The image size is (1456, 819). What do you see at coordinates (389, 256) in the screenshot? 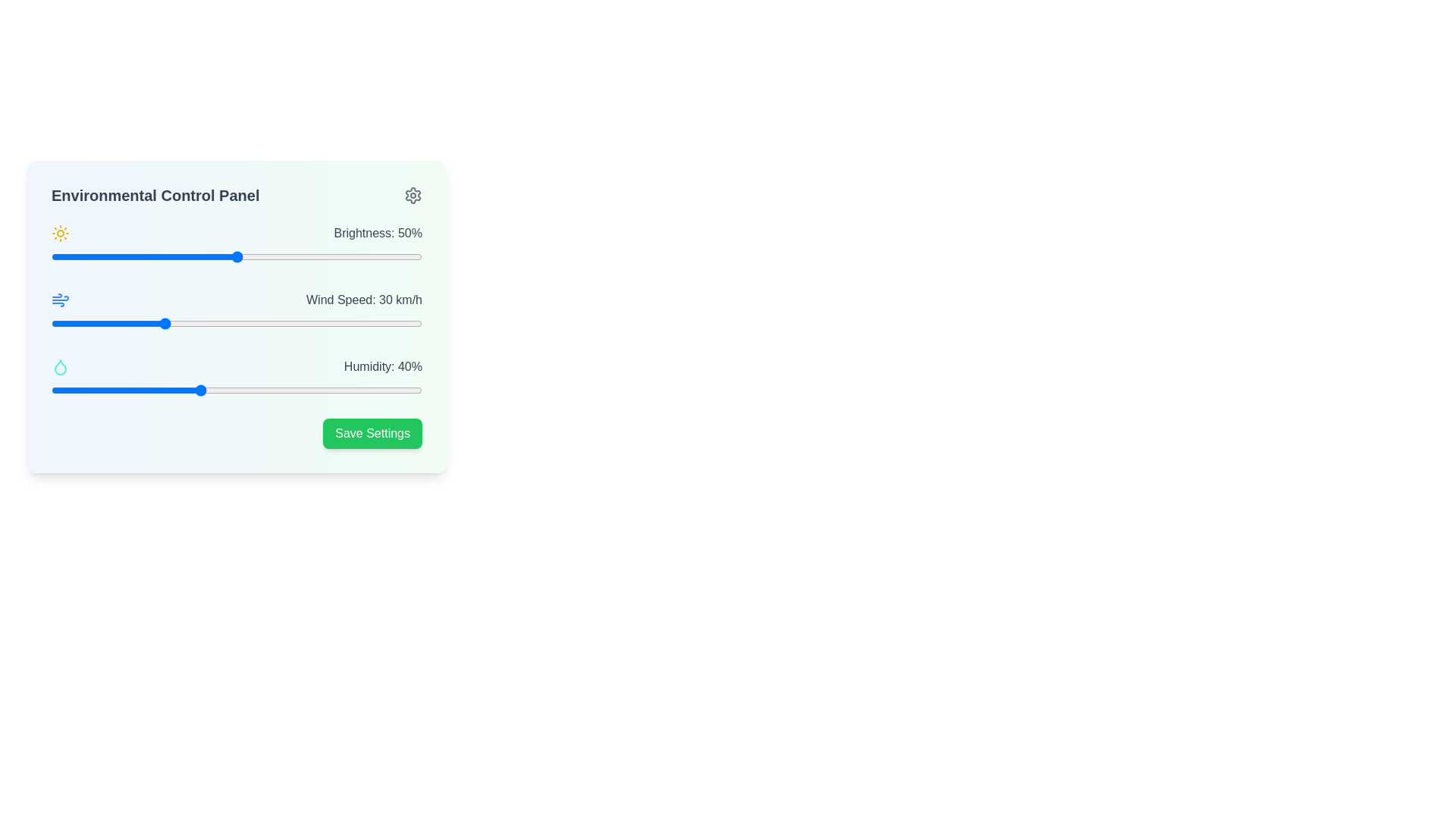
I see `the slider value` at bounding box center [389, 256].